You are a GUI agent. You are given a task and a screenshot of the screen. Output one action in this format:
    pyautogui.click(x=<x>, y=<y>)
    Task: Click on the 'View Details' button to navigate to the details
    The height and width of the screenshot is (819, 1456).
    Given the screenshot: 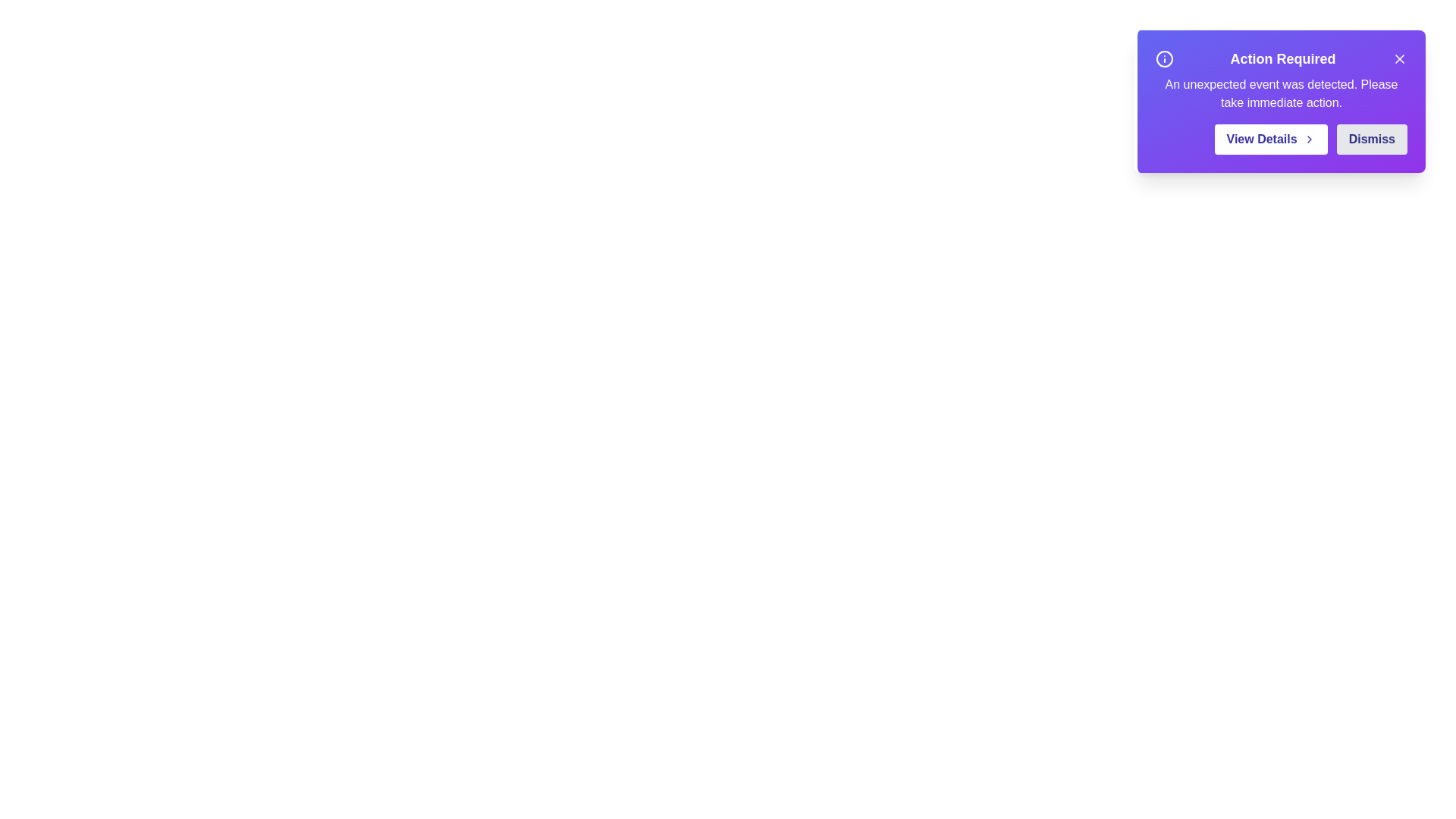 What is the action you would take?
    pyautogui.click(x=1270, y=140)
    